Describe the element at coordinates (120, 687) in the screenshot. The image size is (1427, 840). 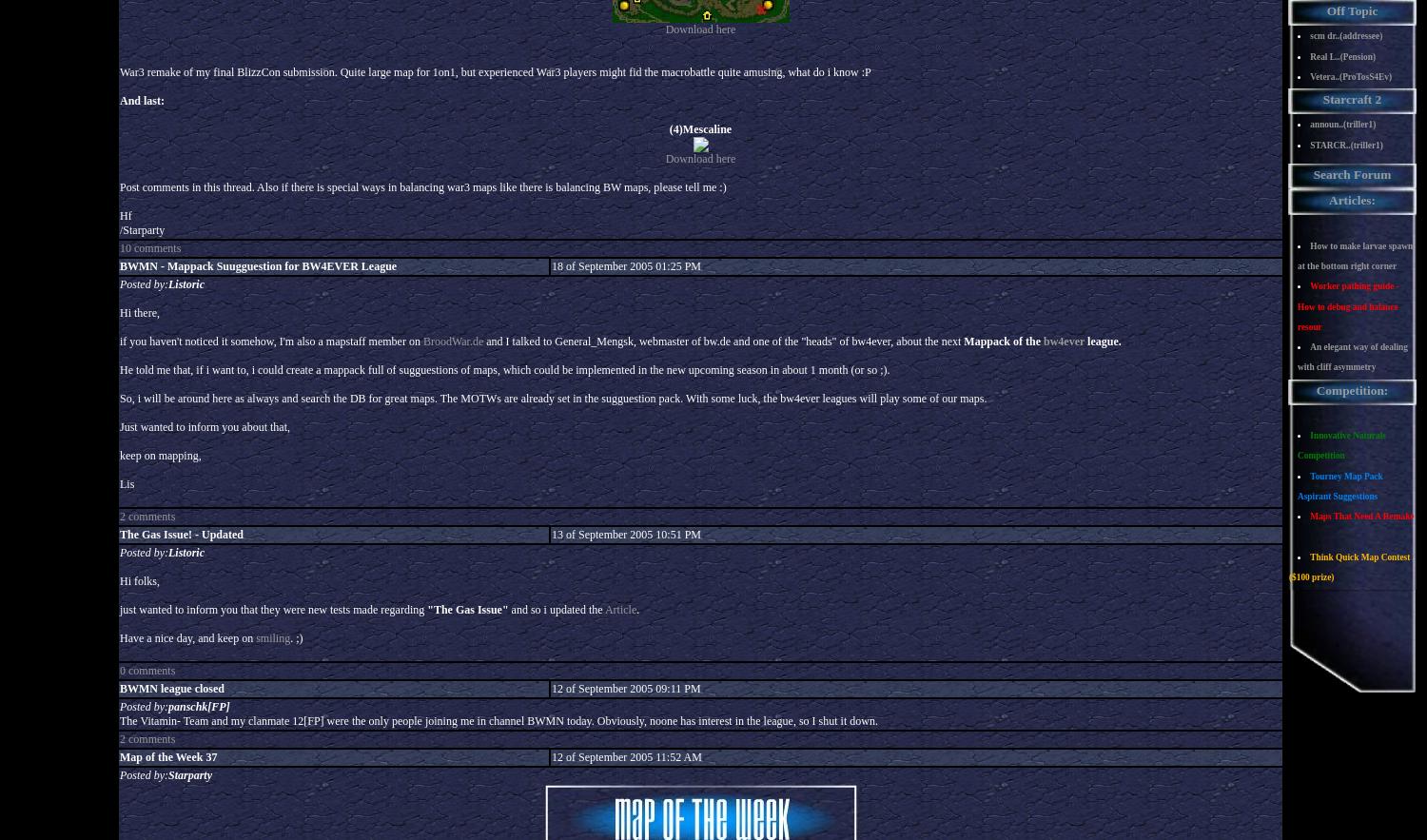
I see `'BWMN league closed'` at that location.